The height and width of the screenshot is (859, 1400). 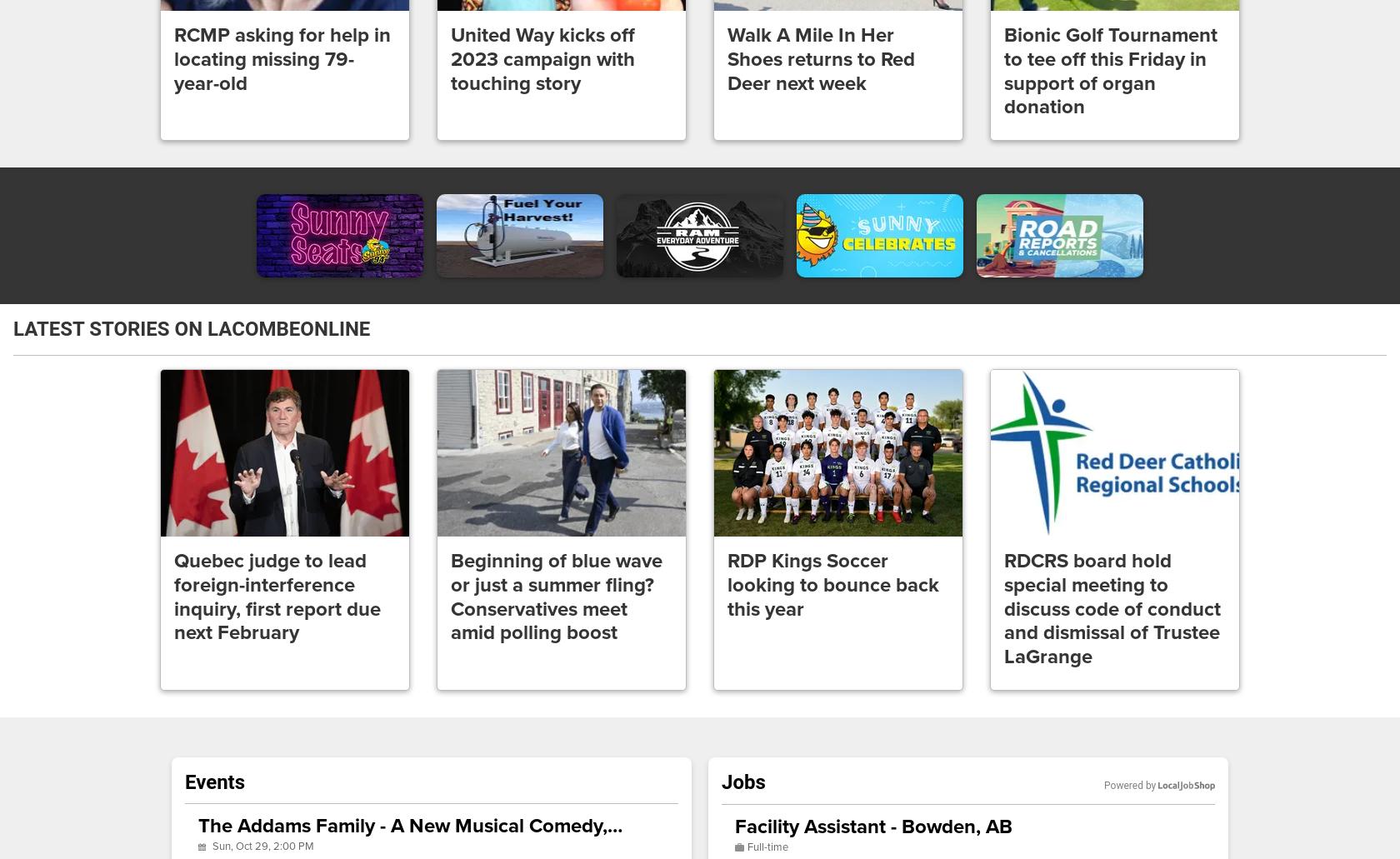 What do you see at coordinates (1004, 607) in the screenshot?
I see `'RDCRS board hold special meeting to discuss code of conduct and dismissal of Trustee LaGrange'` at bounding box center [1004, 607].